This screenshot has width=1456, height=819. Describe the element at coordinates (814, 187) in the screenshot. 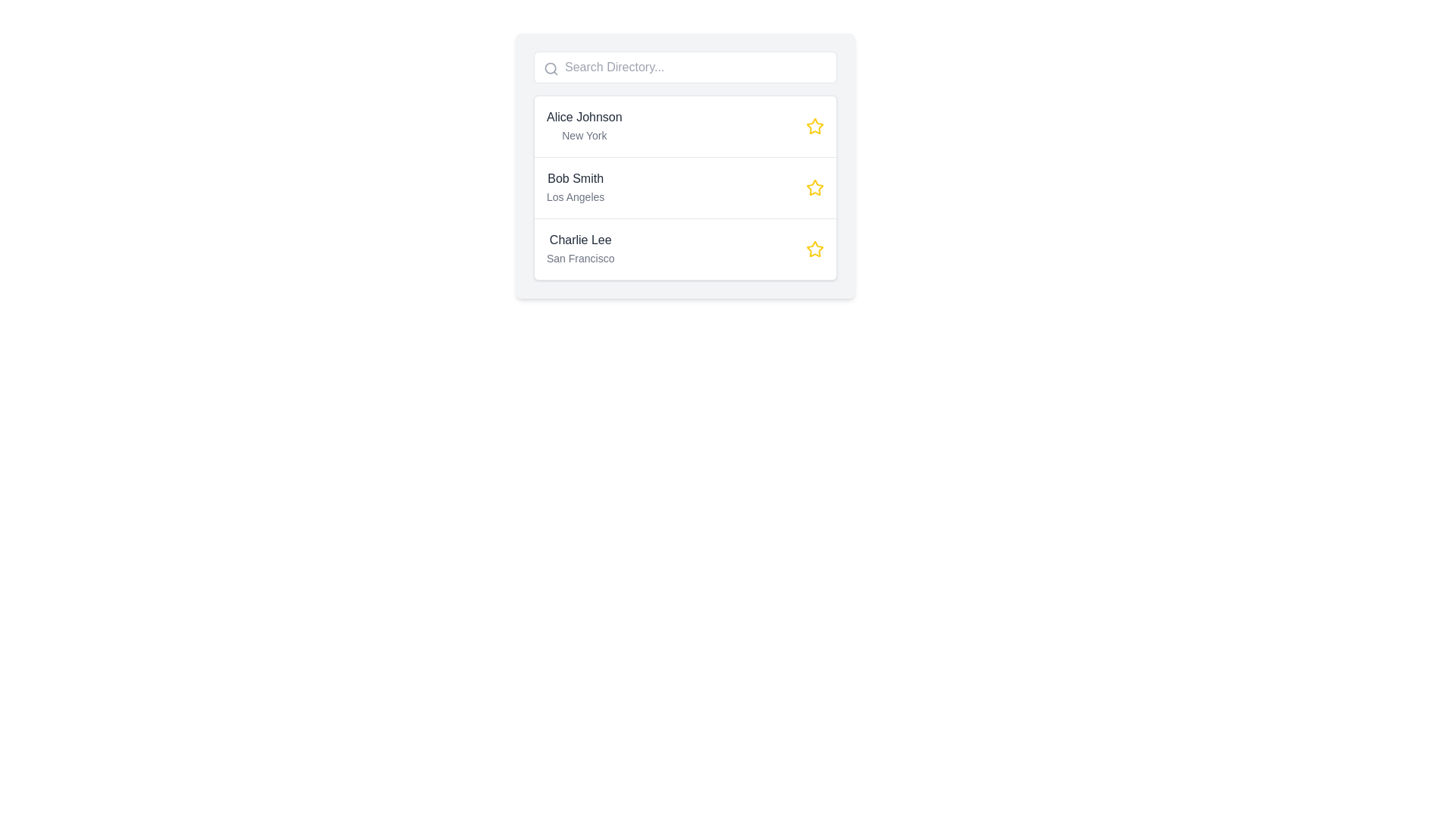

I see `the star-shaped icon button with a yellow fill located at the far-right end of the entry for 'Bob Smith - Los Angeles'` at that location.